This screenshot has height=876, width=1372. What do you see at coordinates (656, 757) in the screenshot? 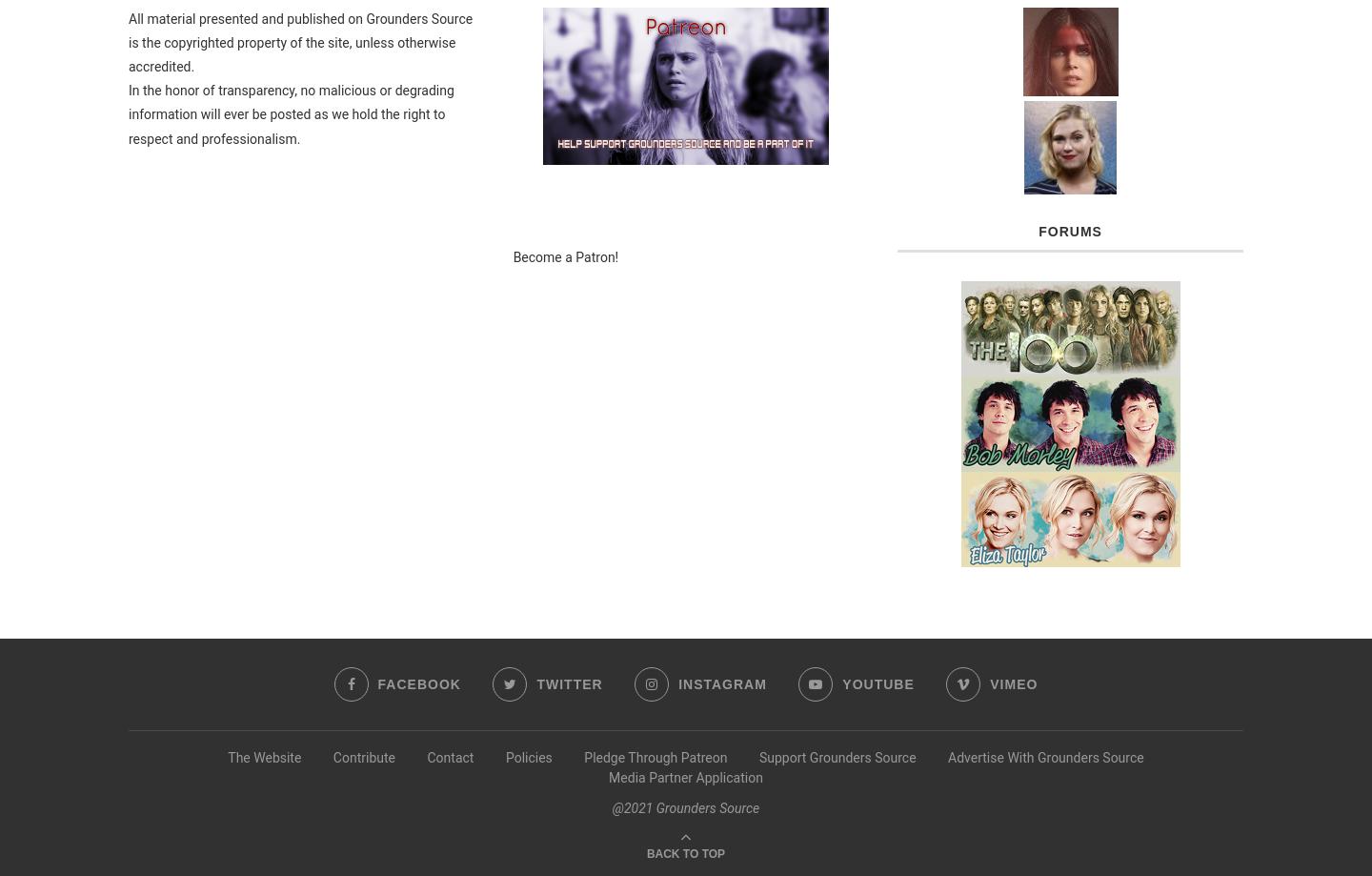
I see `'Pledge Through Patreon'` at bounding box center [656, 757].